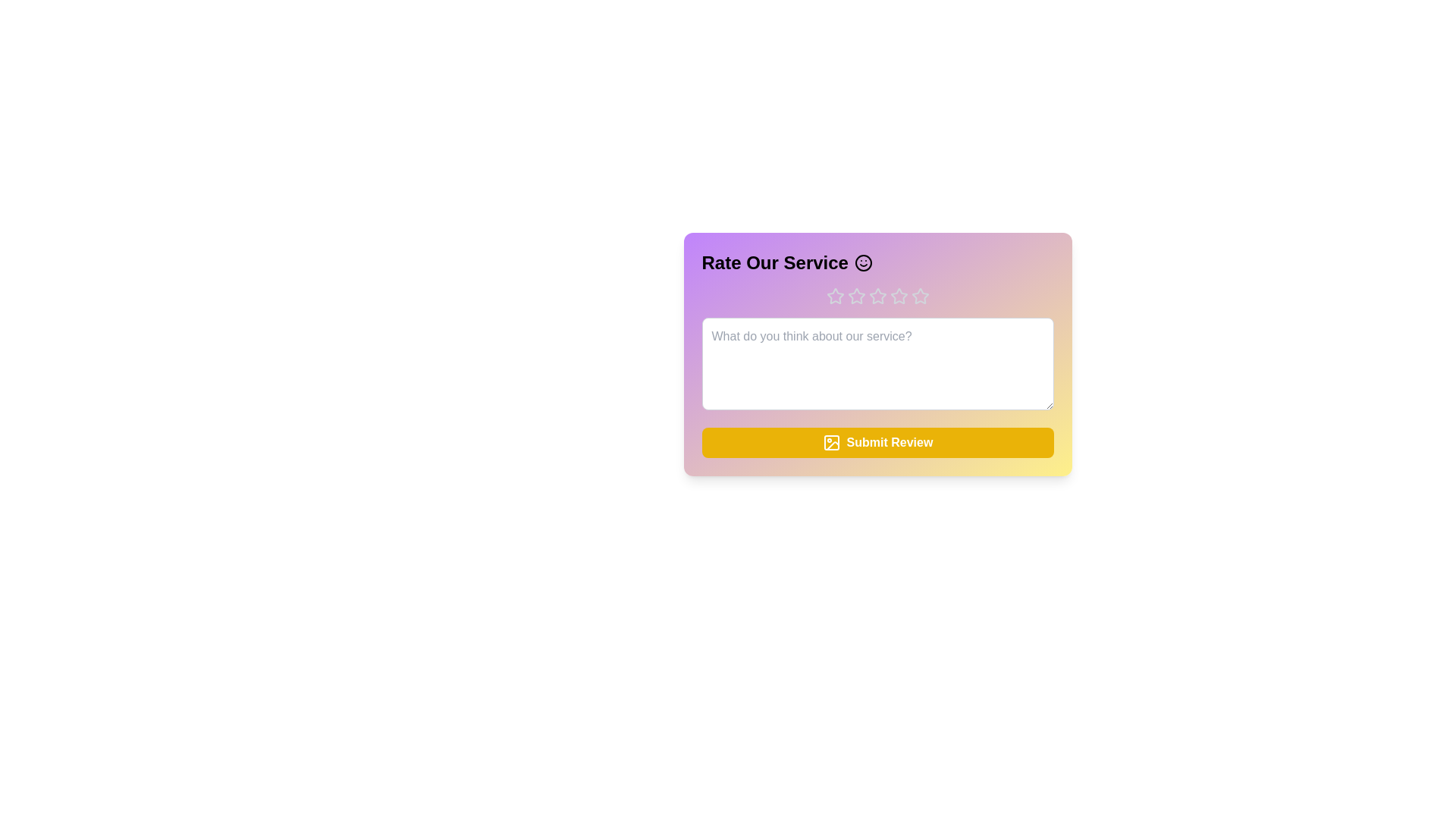 Image resolution: width=1456 pixels, height=819 pixels. I want to click on the star corresponding to the desired rating value 5, so click(919, 296).